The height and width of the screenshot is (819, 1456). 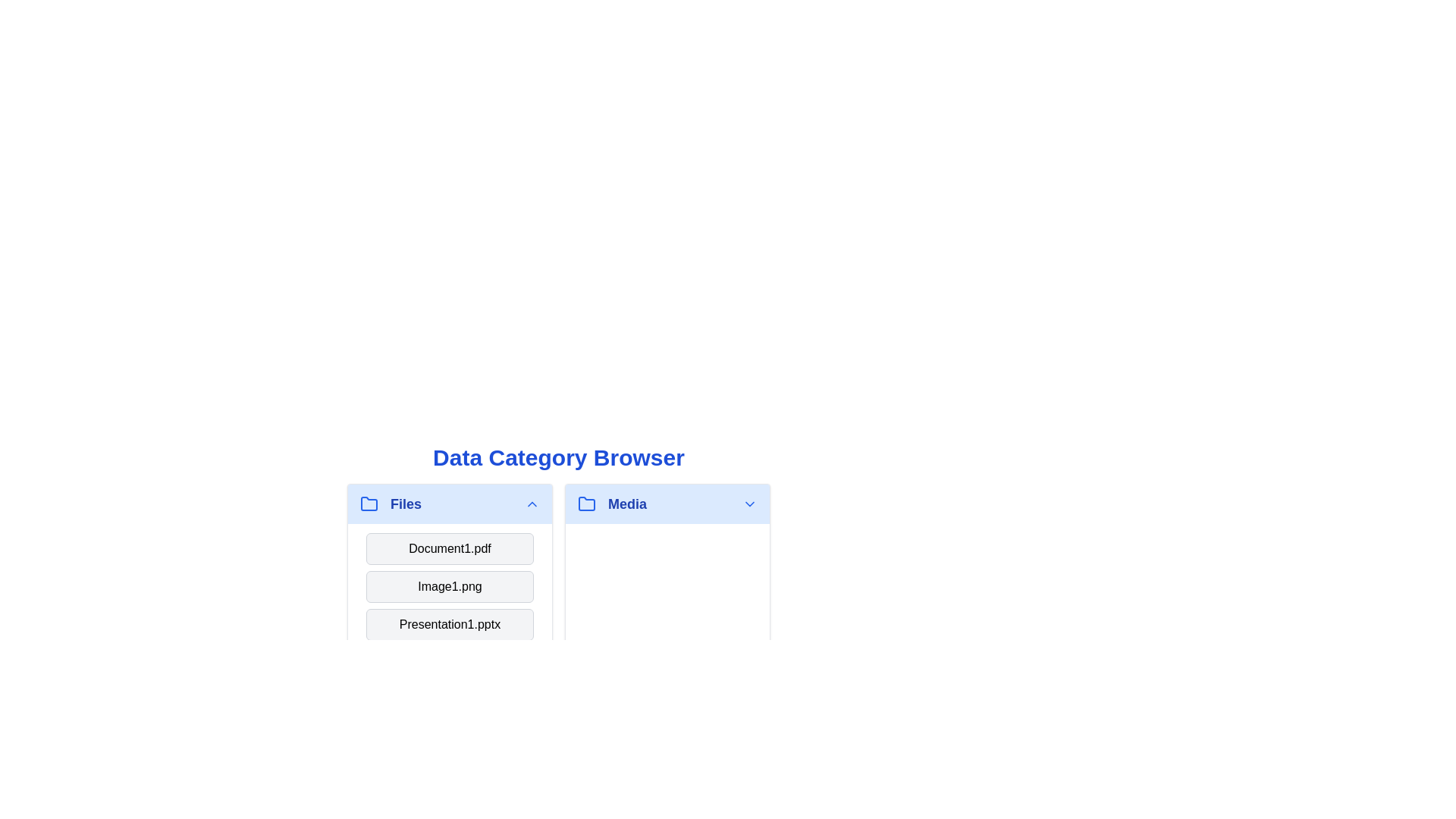 I want to click on the category header or item Document1.pdf, so click(x=449, y=549).